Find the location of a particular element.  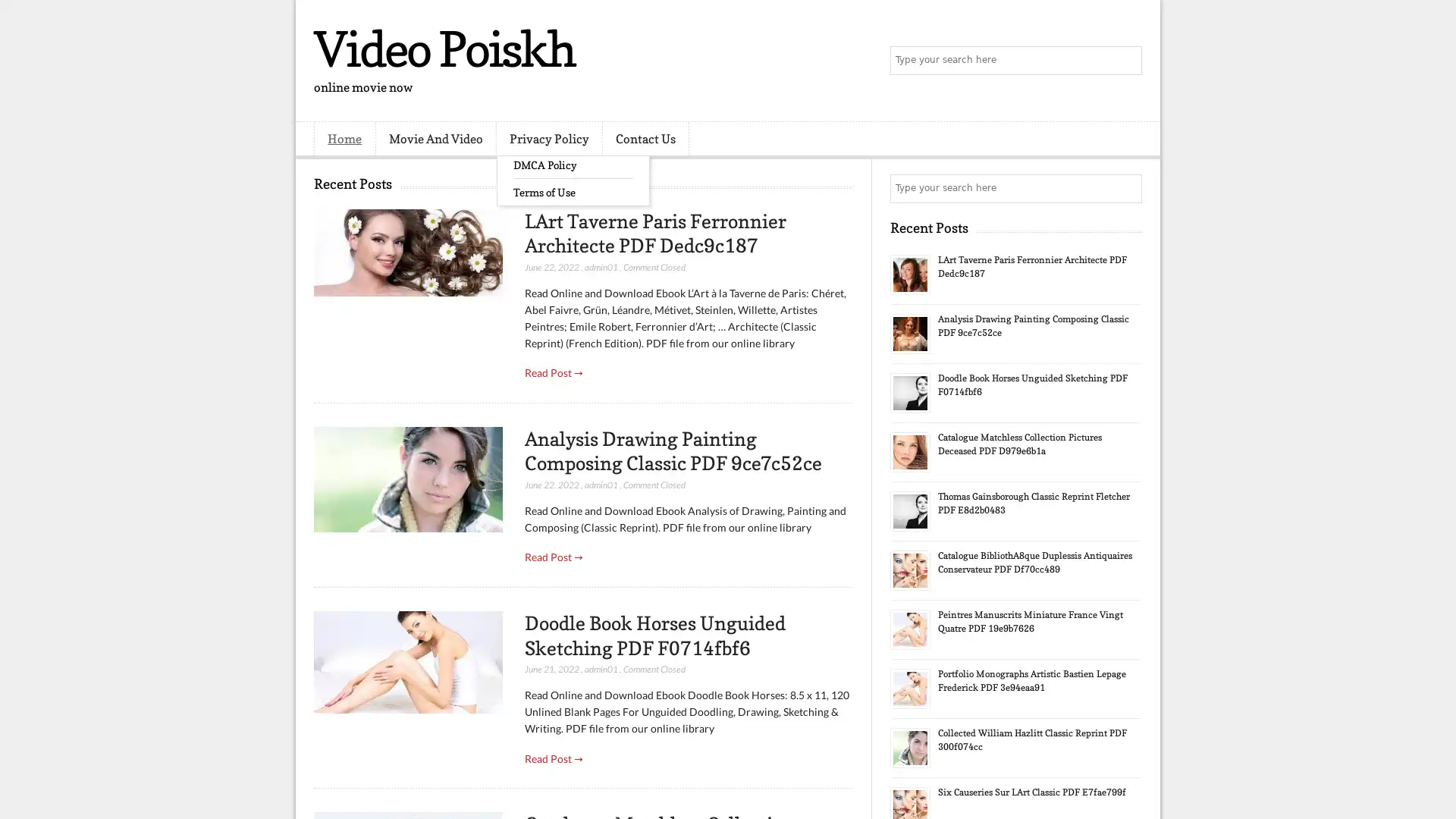

Search is located at coordinates (1126, 188).